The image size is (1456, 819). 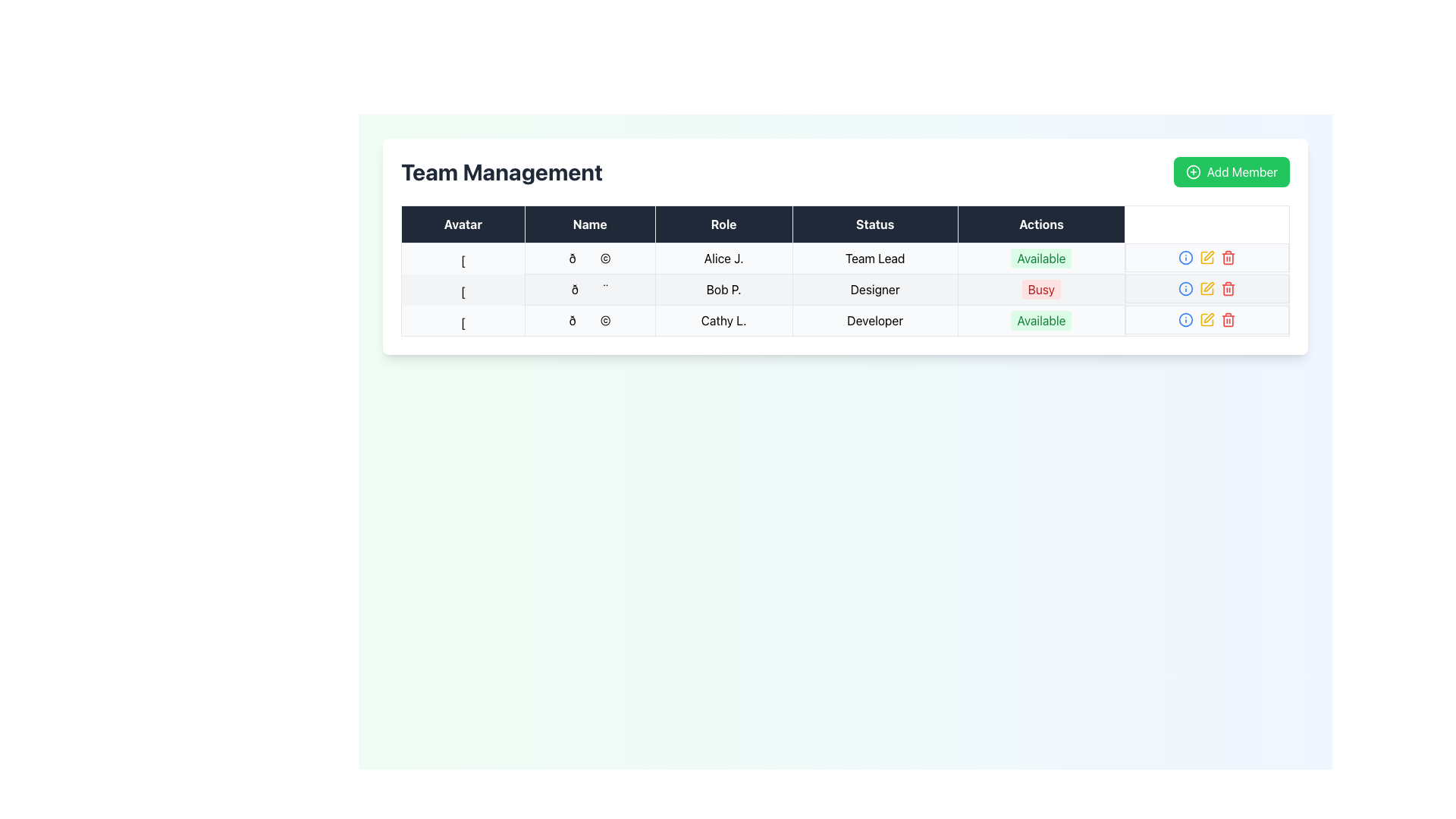 I want to click on the 'Available' label with a rounded green background and green text in the last row of the table under 'Actions' for the entry 'Cathy L.', so click(x=1040, y=320).